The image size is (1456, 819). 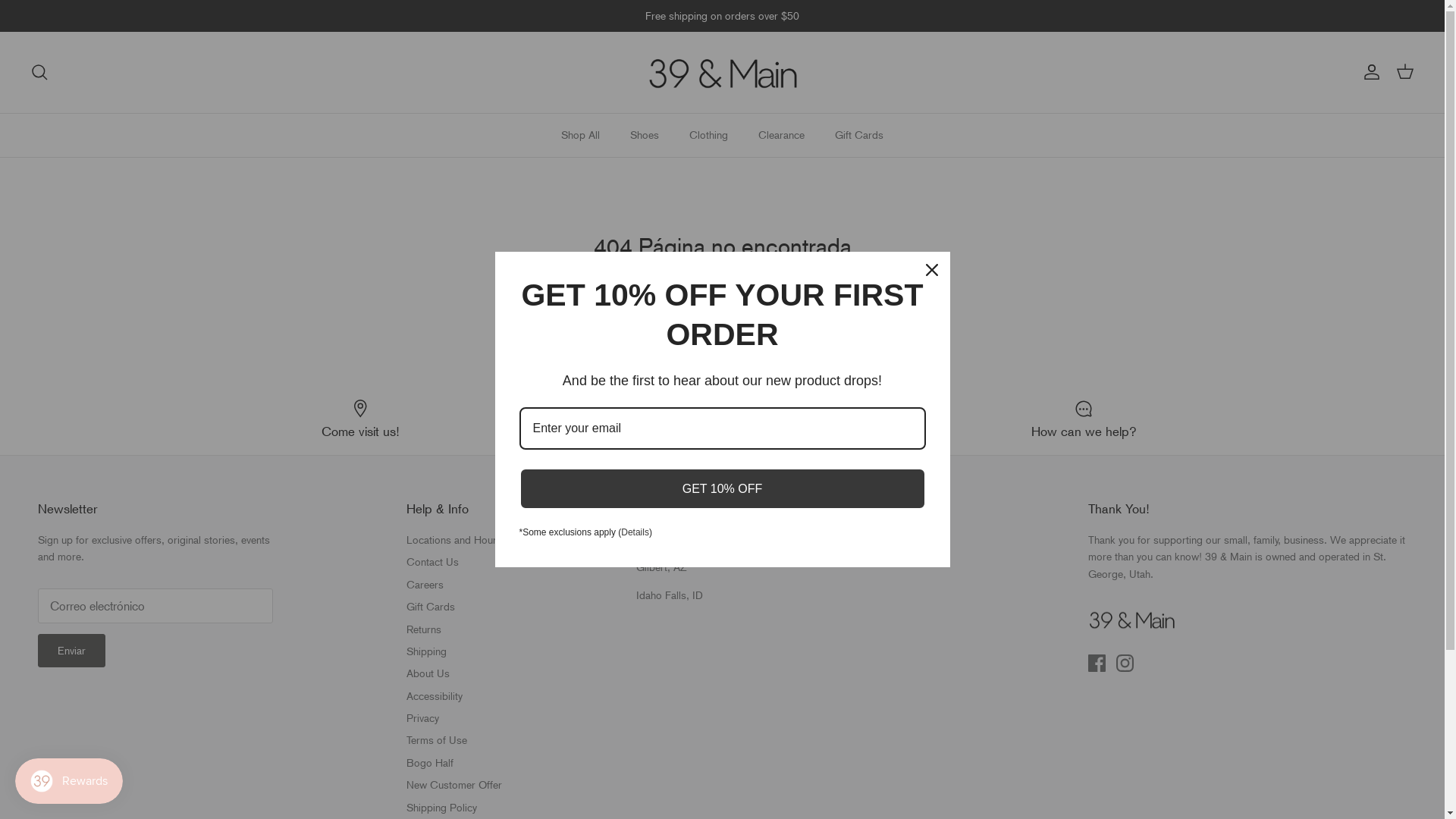 I want to click on 'Facebook', so click(x=1097, y=662).